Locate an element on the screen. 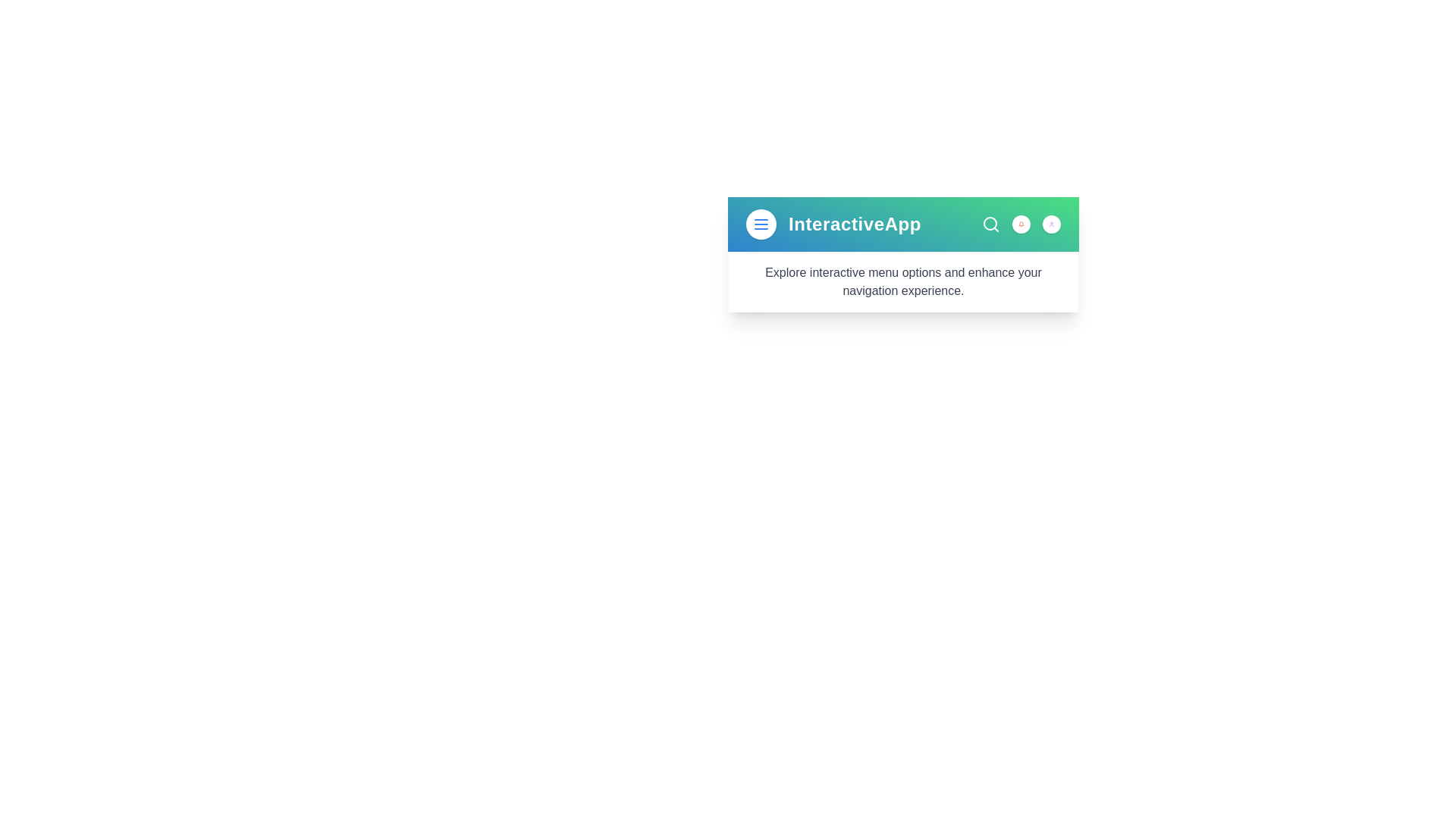  the descriptive text area below the header is located at coordinates (903, 281).